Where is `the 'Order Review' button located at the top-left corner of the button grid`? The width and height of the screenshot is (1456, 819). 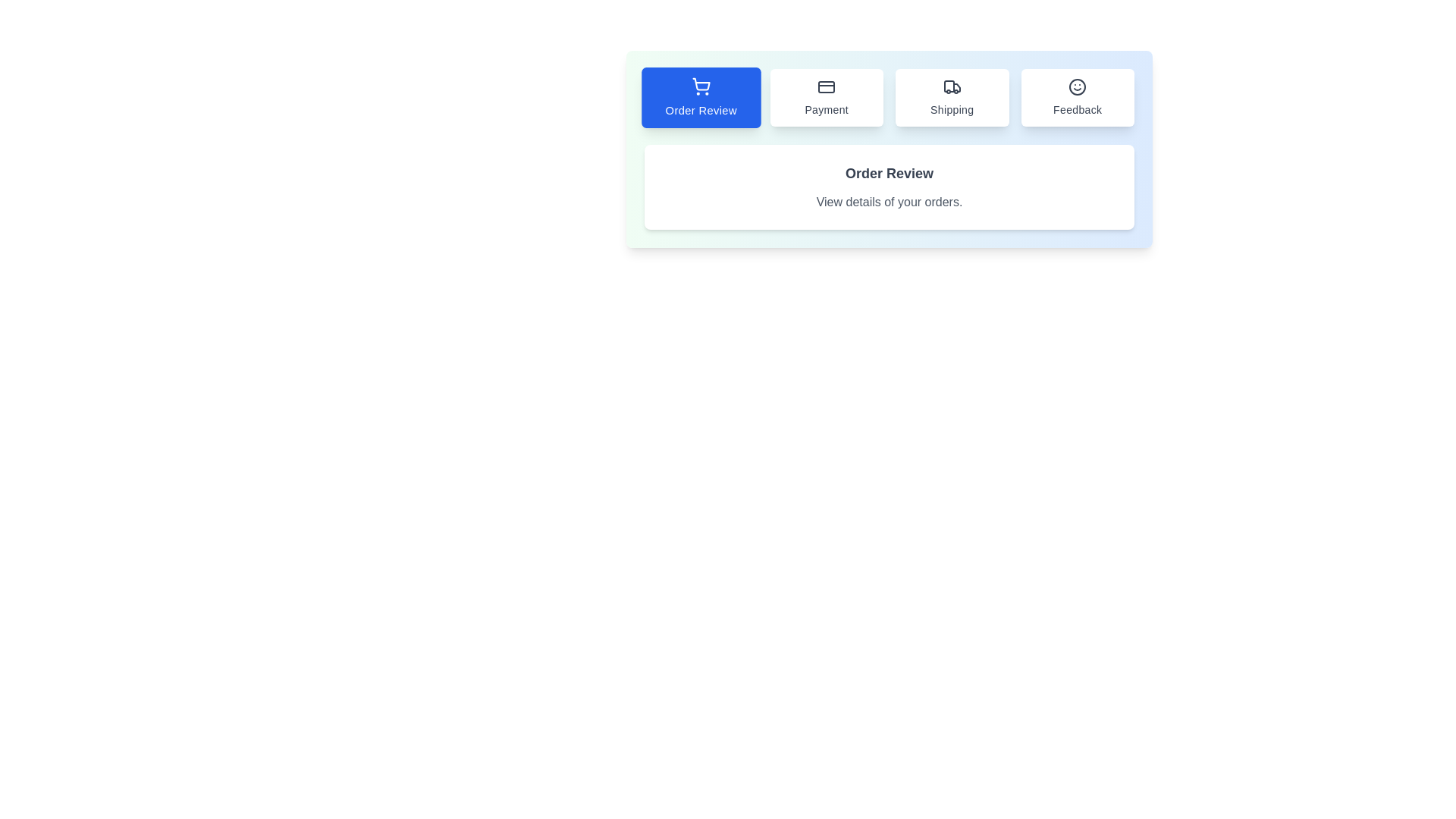
the 'Order Review' button located at the top-left corner of the button grid is located at coordinates (700, 97).